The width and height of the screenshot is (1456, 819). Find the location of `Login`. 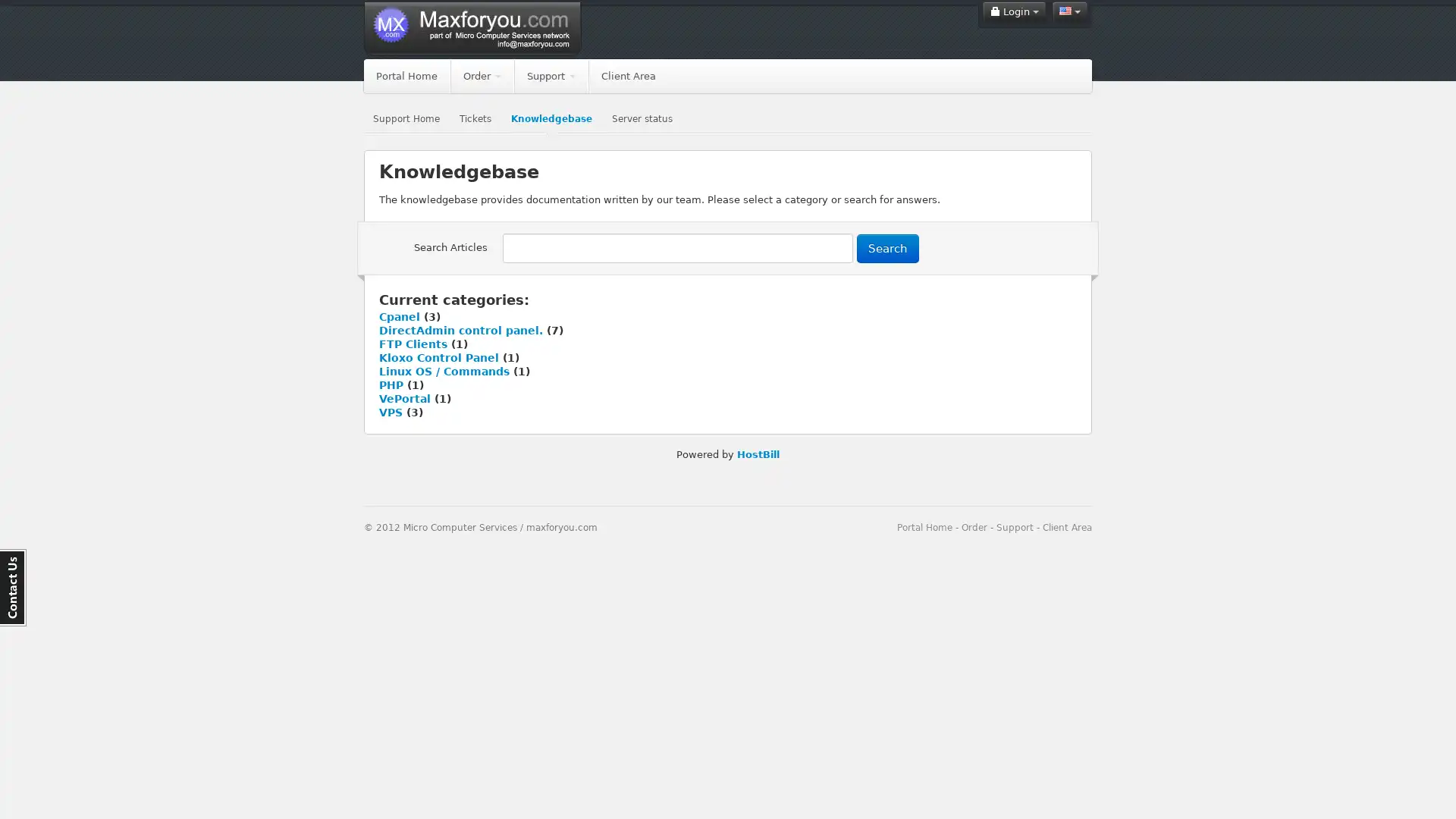

Login is located at coordinates (1014, 11).